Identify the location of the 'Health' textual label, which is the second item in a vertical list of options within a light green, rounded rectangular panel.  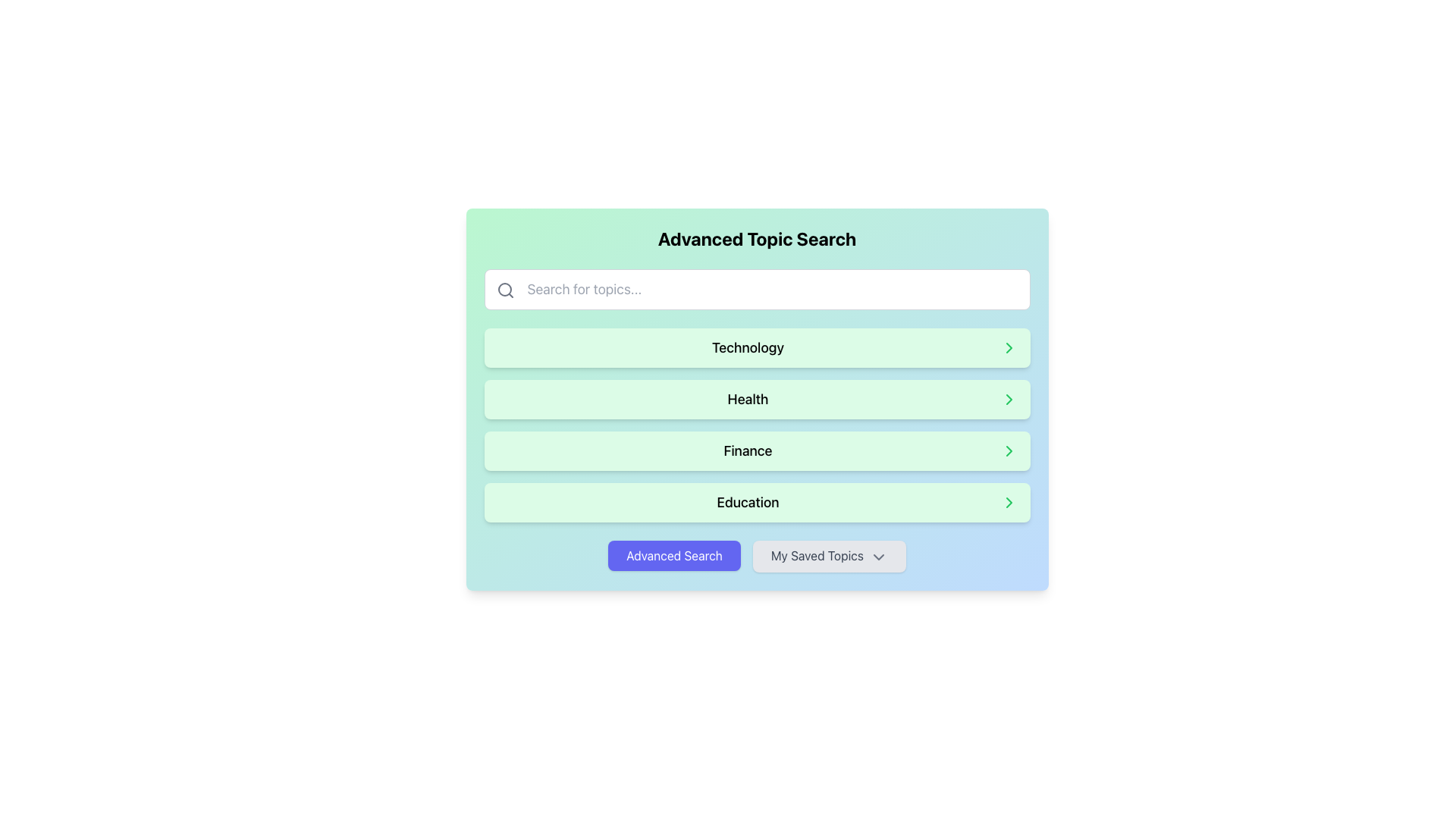
(748, 399).